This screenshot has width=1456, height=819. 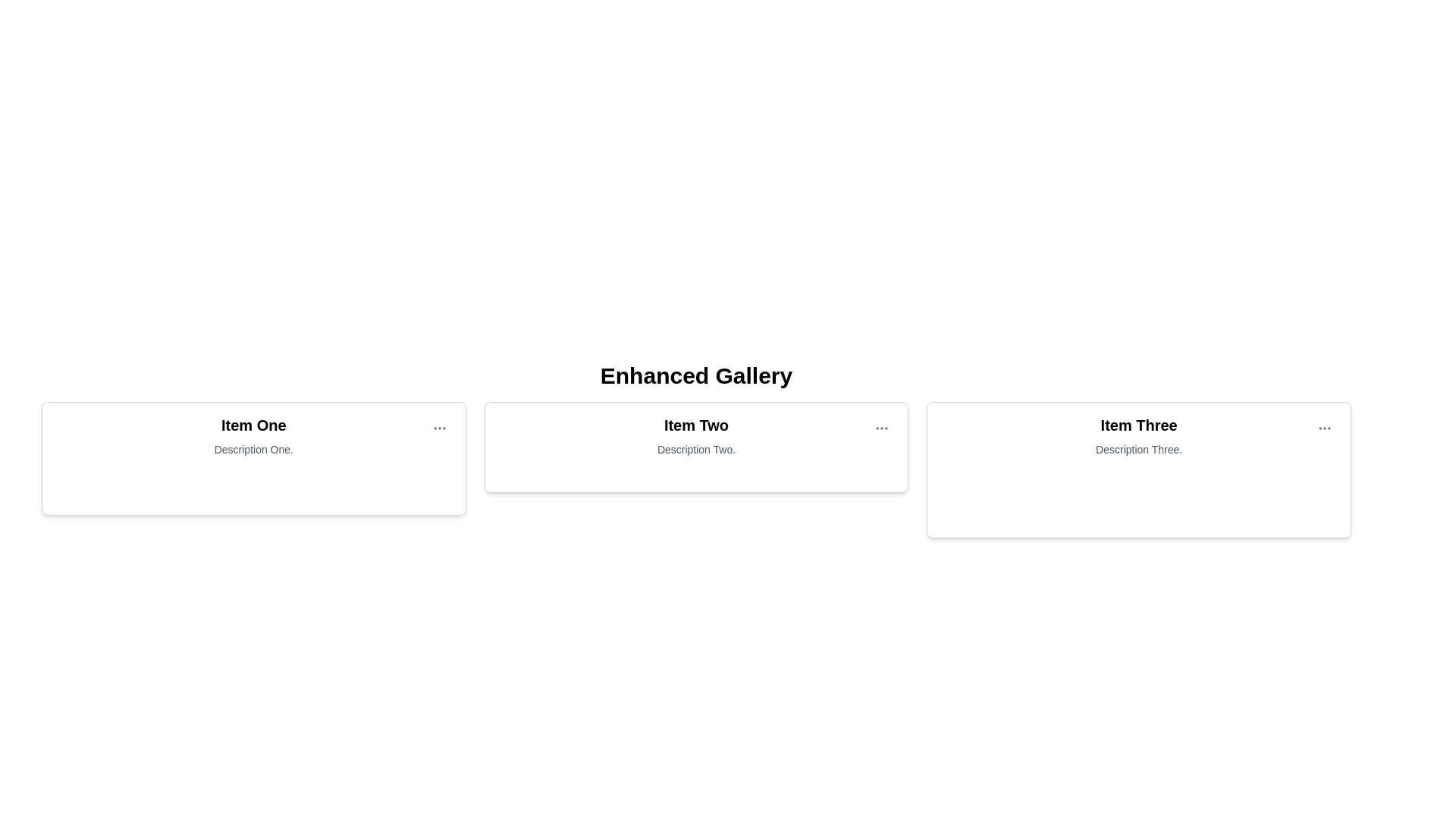 What do you see at coordinates (1139, 435) in the screenshot?
I see `the third card in the gallery, which displays the title 'Item Three' in bold and larger text, and a smaller description 'Description Three.' with a three-dot menu icon in the top-right corner` at bounding box center [1139, 435].